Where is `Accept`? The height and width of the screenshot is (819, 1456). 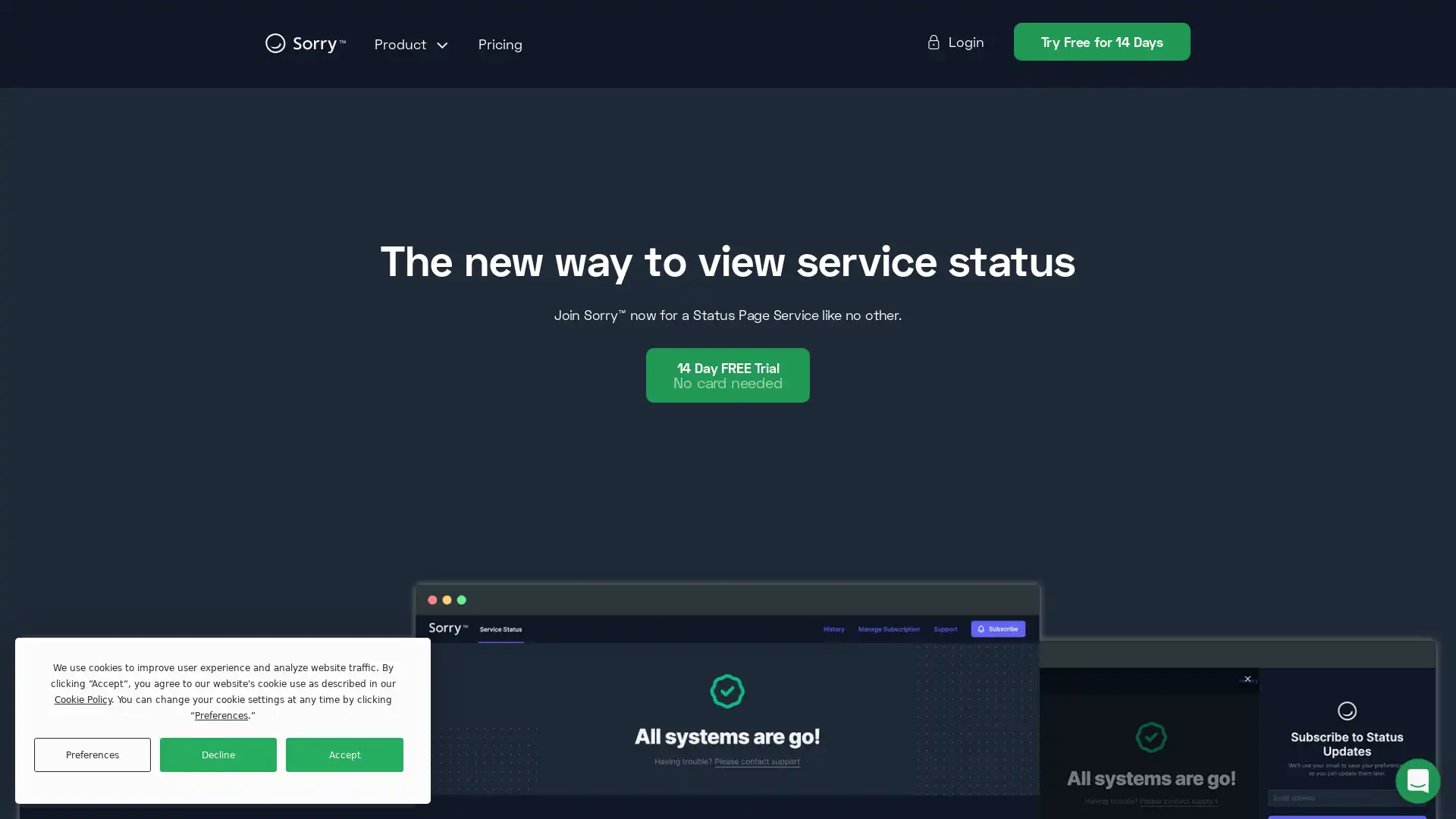
Accept is located at coordinates (344, 755).